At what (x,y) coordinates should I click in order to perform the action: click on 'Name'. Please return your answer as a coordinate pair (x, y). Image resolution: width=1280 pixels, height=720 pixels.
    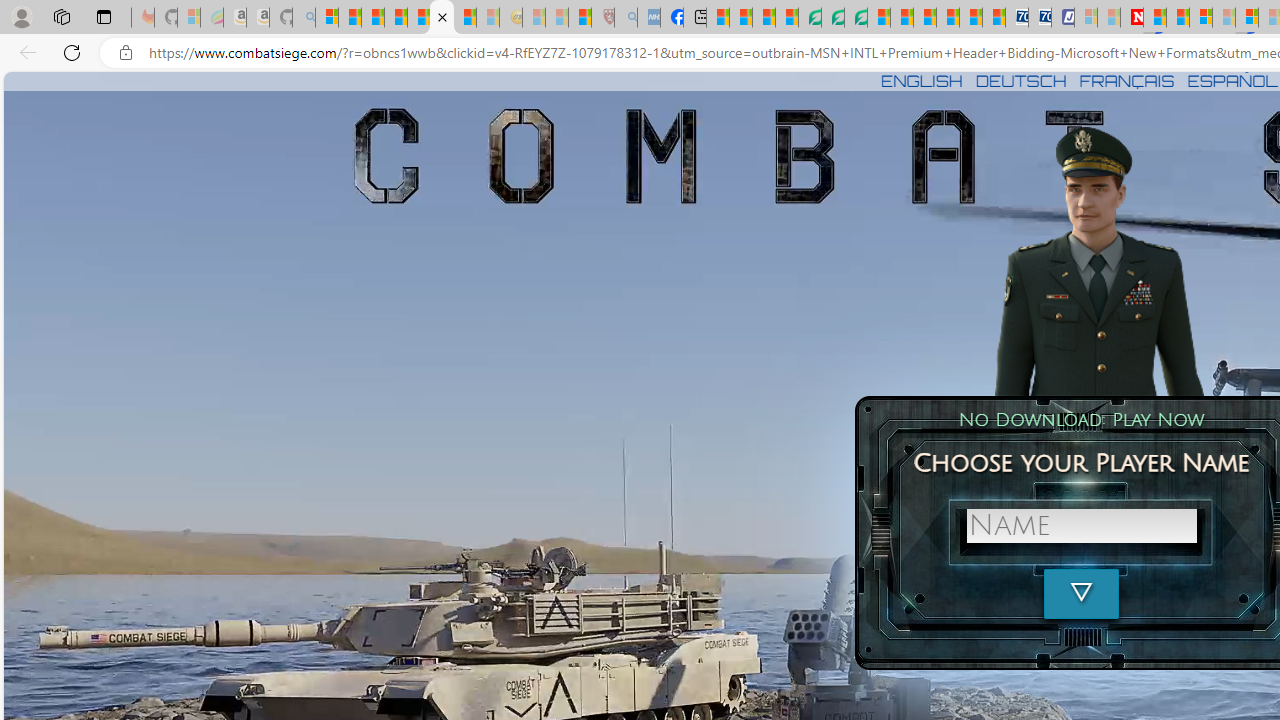
    Looking at the image, I should click on (1080, 524).